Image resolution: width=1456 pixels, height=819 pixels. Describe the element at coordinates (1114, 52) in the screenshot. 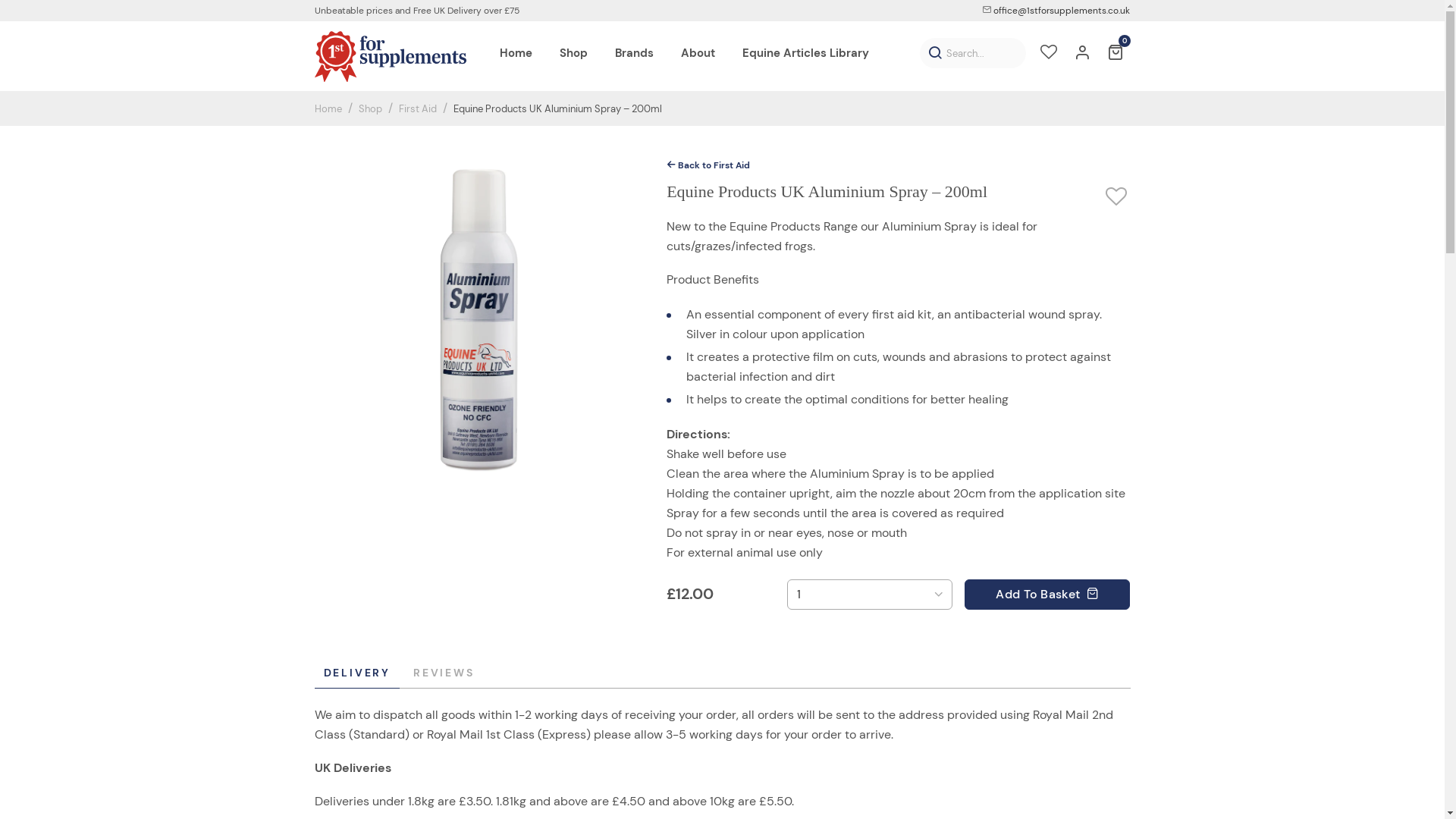

I see `'0'` at that location.